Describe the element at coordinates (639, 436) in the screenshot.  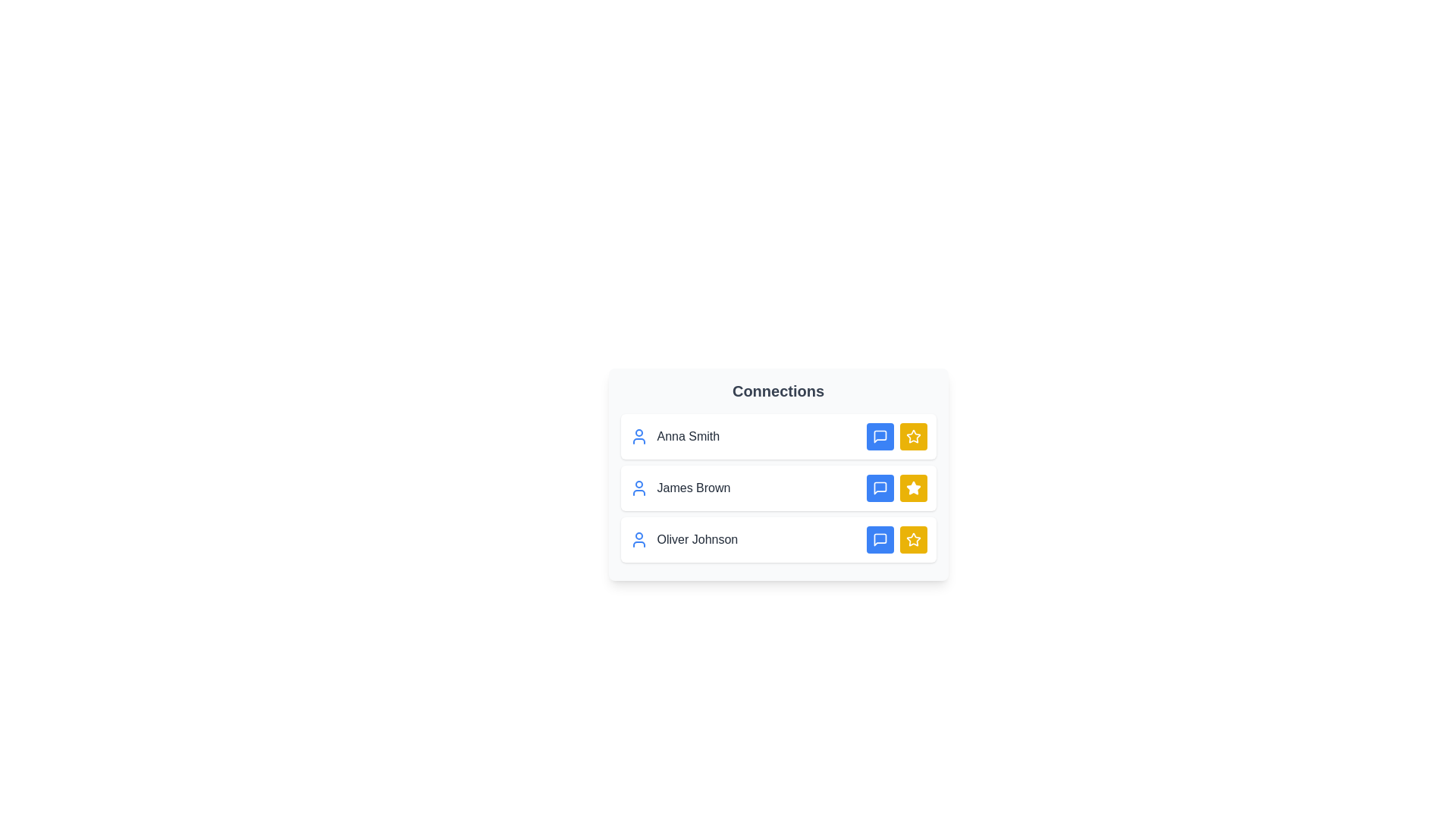
I see `the user icon for Anna Smith` at that location.